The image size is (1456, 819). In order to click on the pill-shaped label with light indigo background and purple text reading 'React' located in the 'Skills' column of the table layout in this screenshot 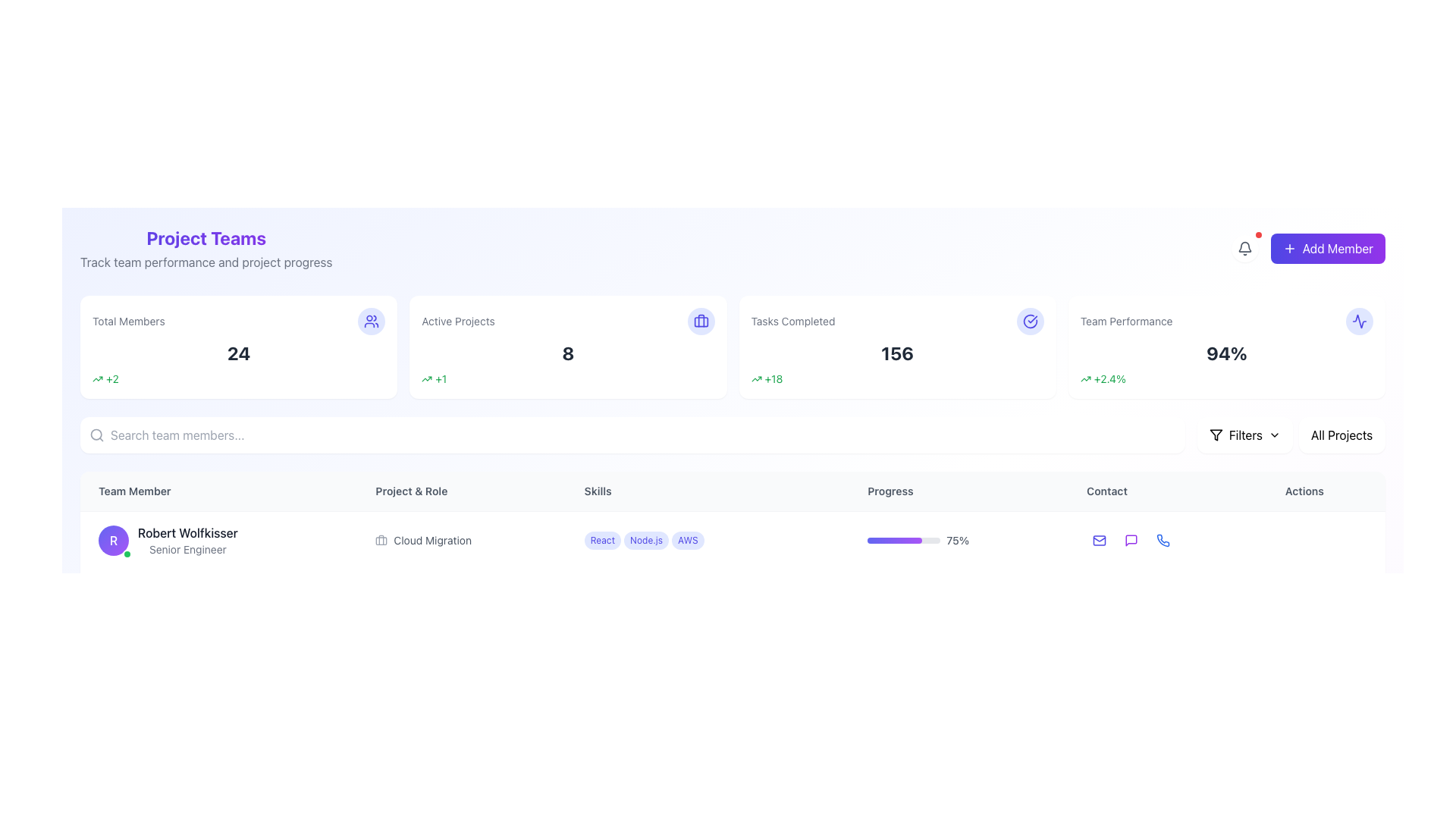, I will do `click(601, 540)`.